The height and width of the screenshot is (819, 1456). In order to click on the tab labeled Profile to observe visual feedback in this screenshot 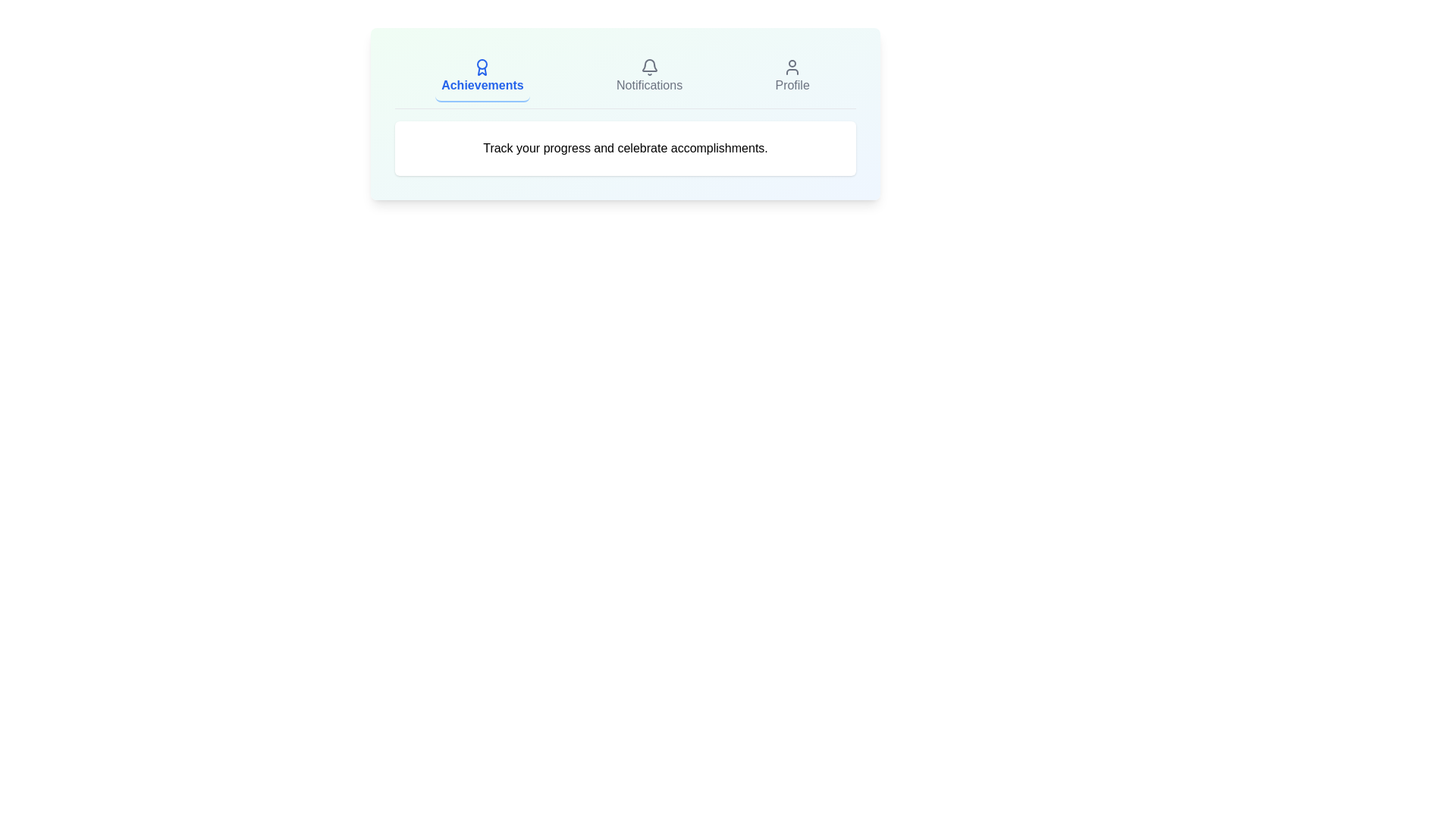, I will do `click(792, 77)`.